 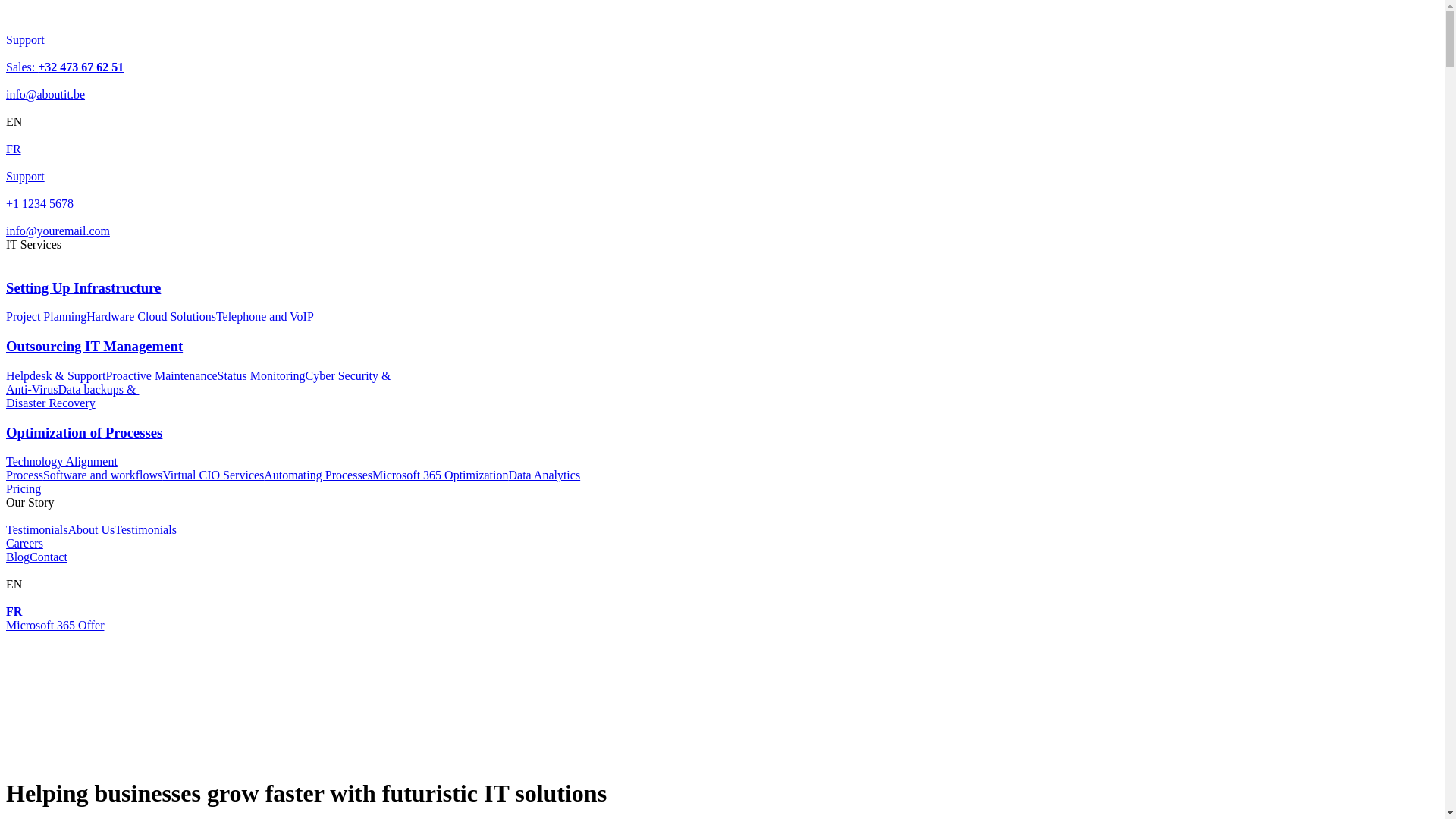 What do you see at coordinates (146, 529) in the screenshot?
I see `'Testimonials'` at bounding box center [146, 529].